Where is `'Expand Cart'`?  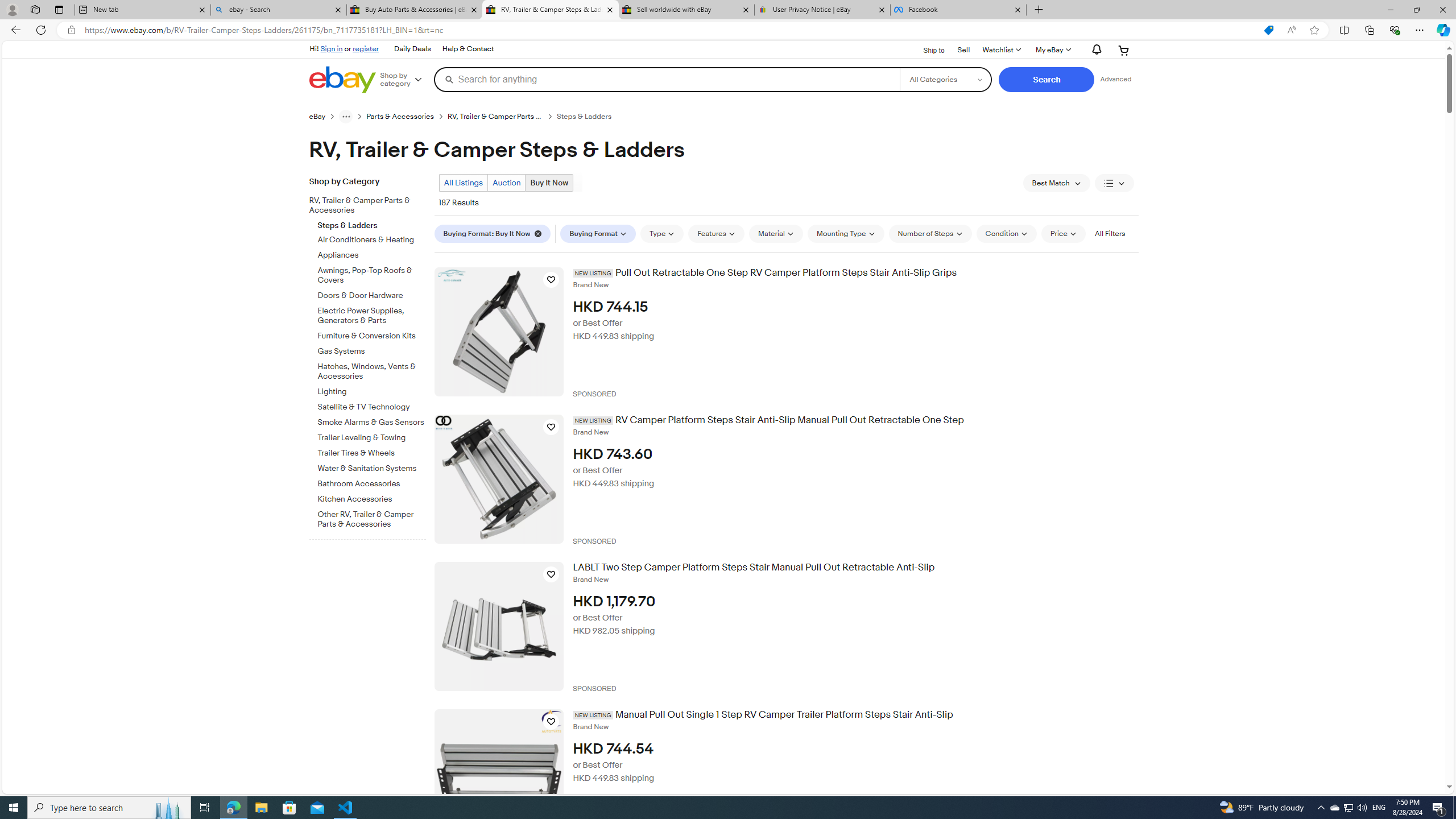
'Expand Cart' is located at coordinates (1124, 49).